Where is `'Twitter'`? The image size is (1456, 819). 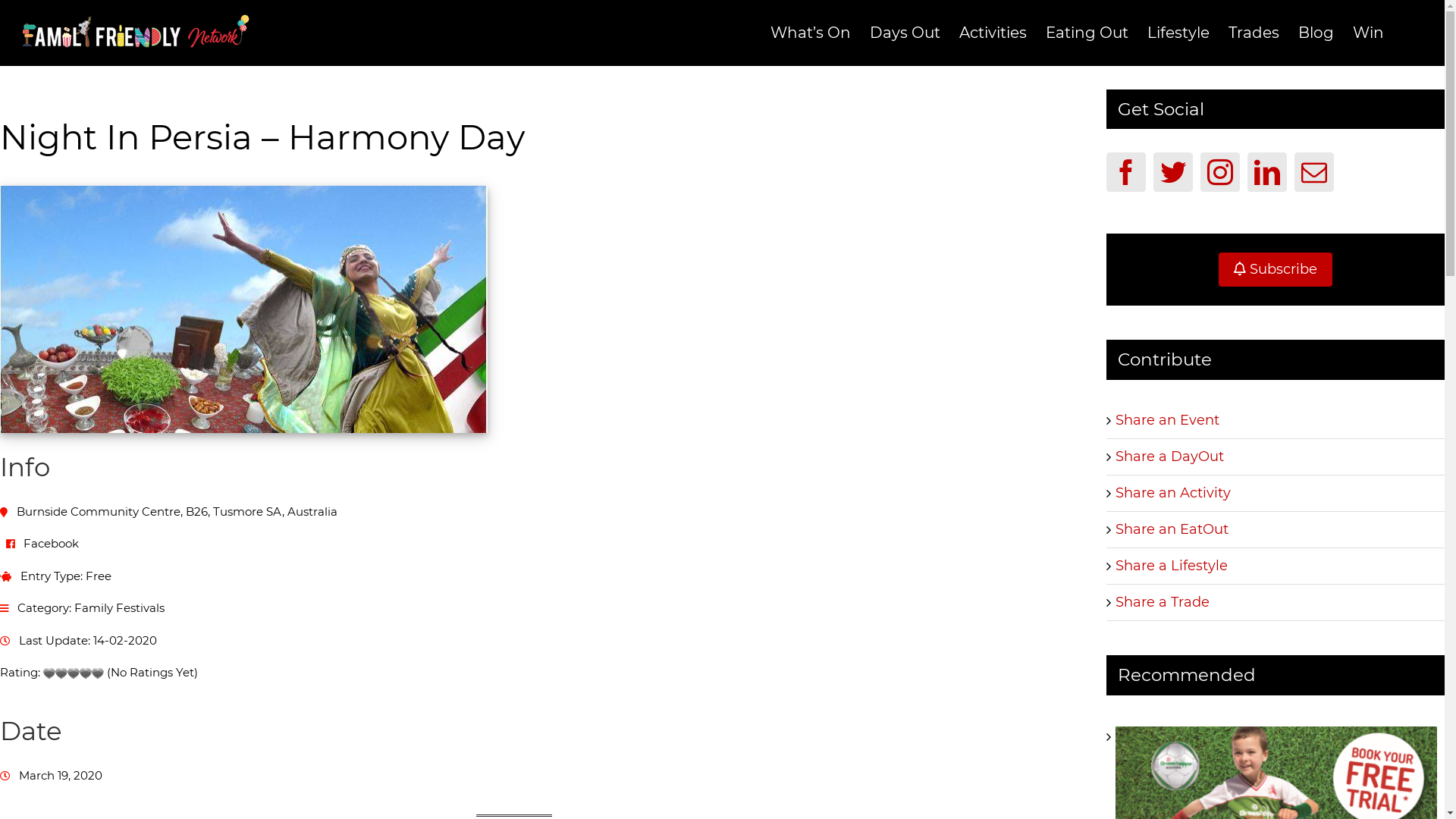 'Twitter' is located at coordinates (1172, 171).